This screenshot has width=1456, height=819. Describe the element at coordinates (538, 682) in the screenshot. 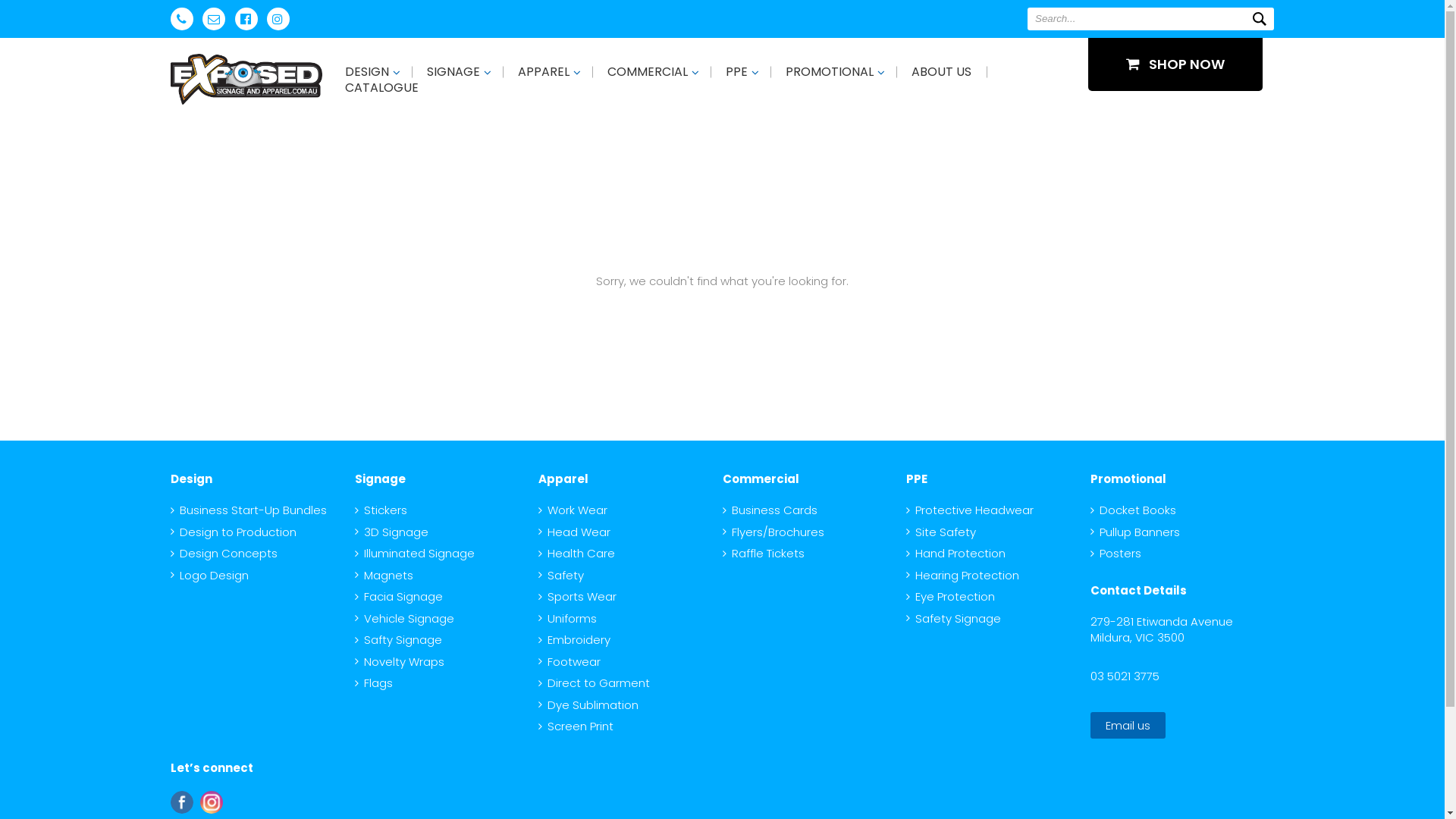

I see `'Direct to Garment'` at that location.